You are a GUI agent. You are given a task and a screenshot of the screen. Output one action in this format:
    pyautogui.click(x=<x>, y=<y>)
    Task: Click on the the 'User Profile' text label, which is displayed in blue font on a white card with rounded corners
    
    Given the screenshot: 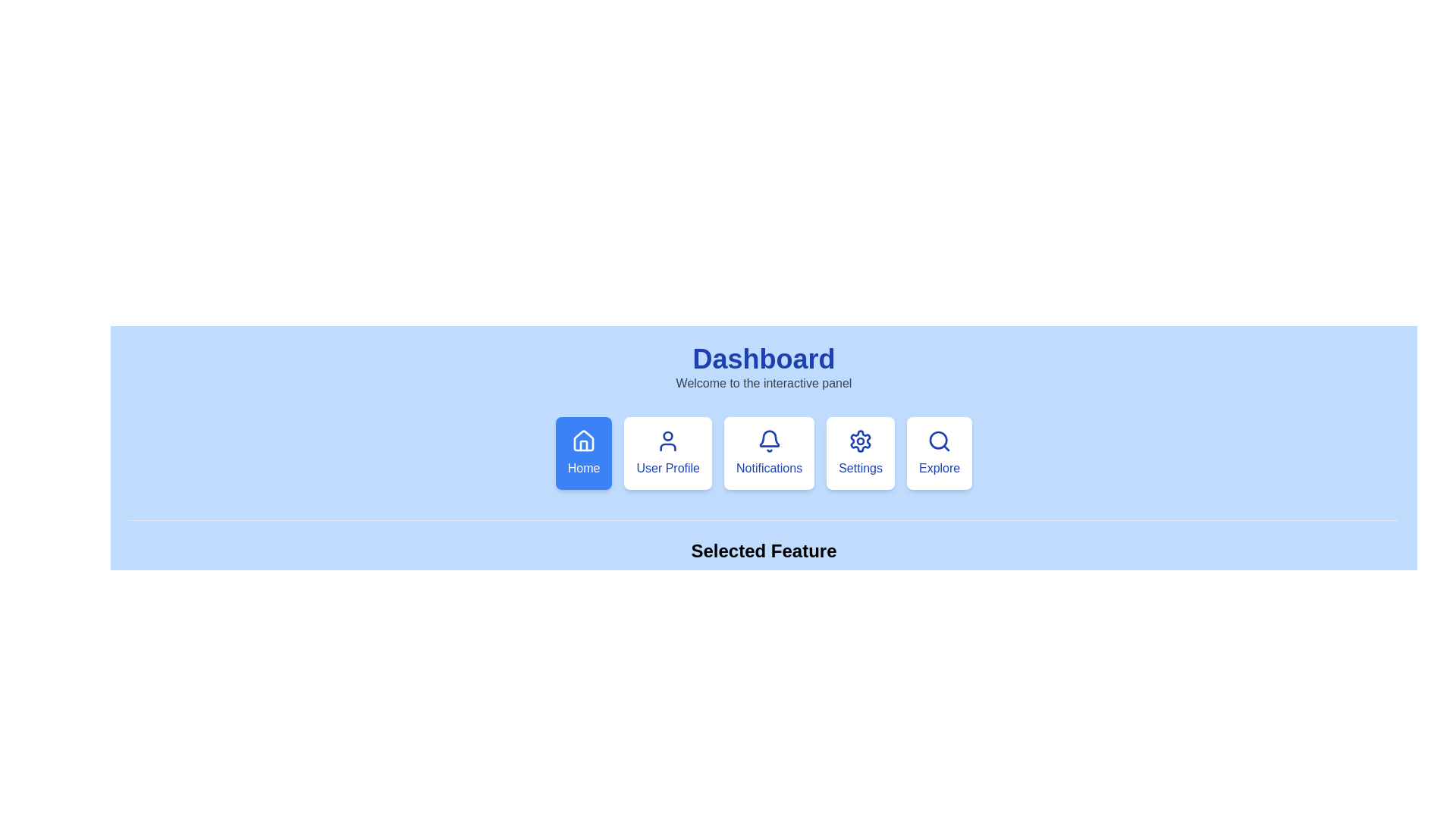 What is the action you would take?
    pyautogui.click(x=667, y=467)
    